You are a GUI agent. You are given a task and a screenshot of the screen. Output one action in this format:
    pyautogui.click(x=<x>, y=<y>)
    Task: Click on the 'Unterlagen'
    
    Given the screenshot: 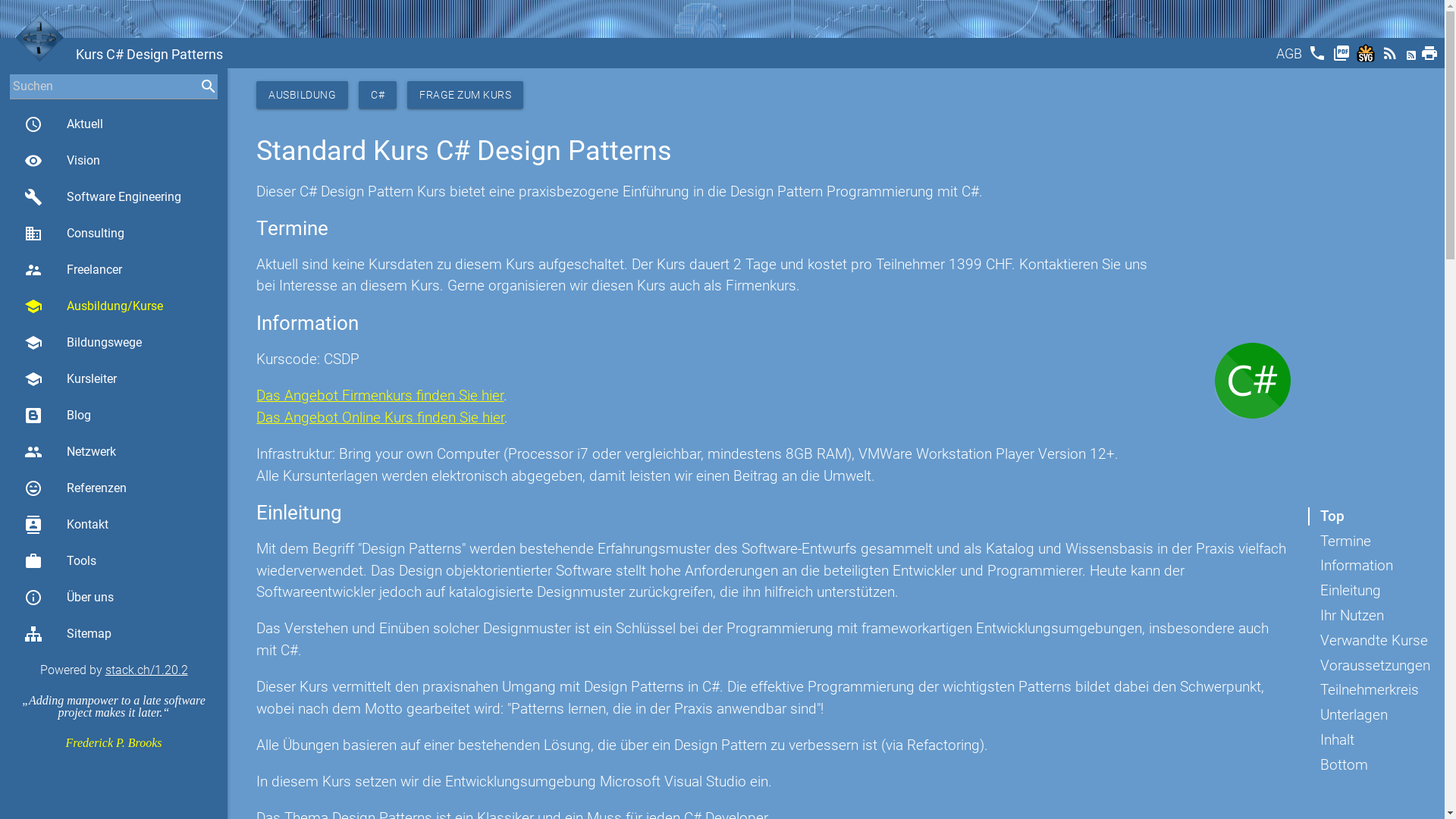 What is the action you would take?
    pyautogui.click(x=1348, y=714)
    